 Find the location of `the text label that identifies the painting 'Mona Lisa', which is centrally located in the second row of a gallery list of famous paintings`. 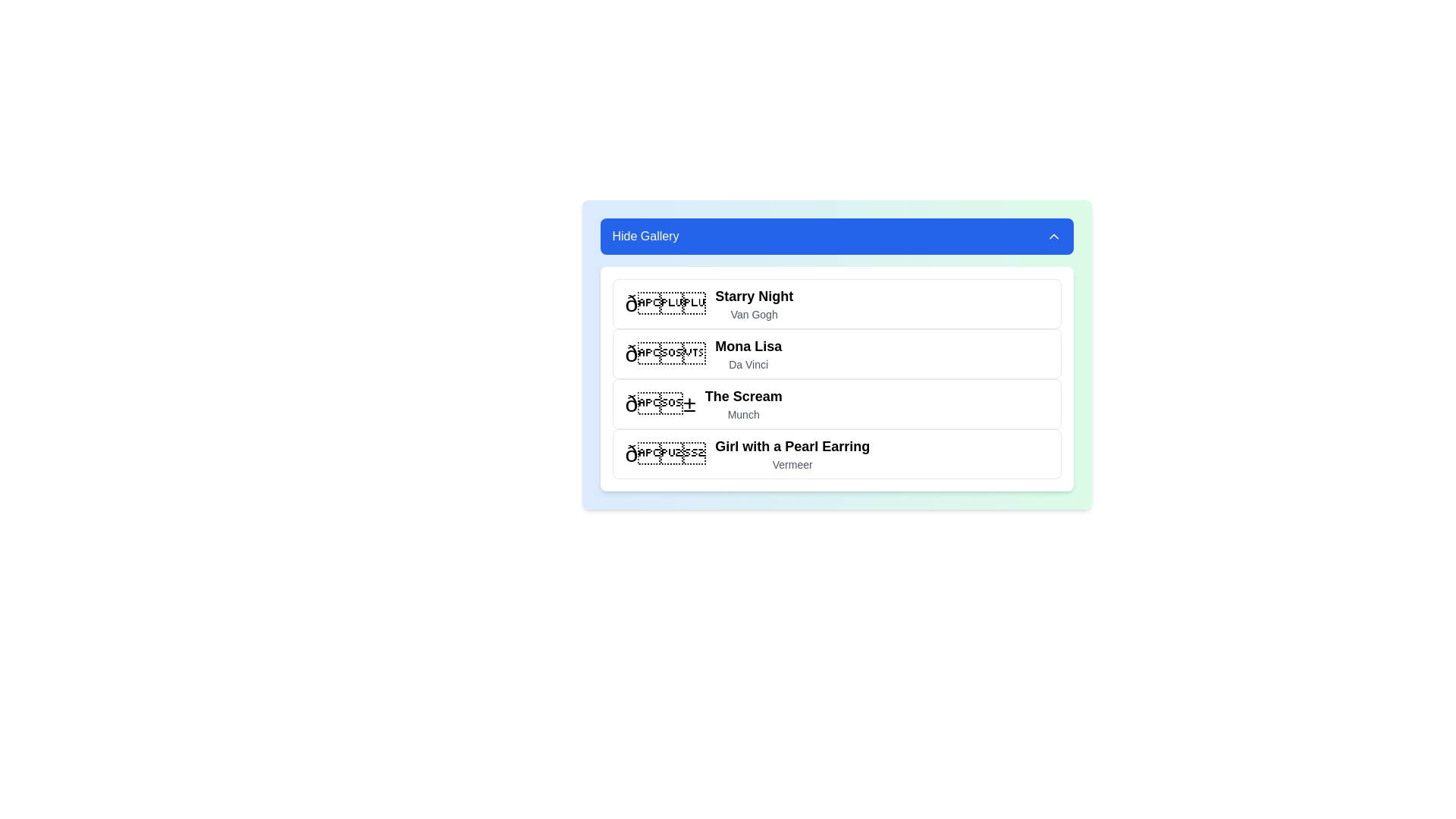

the text label that identifies the painting 'Mona Lisa', which is centrally located in the second row of a gallery list of famous paintings is located at coordinates (748, 346).